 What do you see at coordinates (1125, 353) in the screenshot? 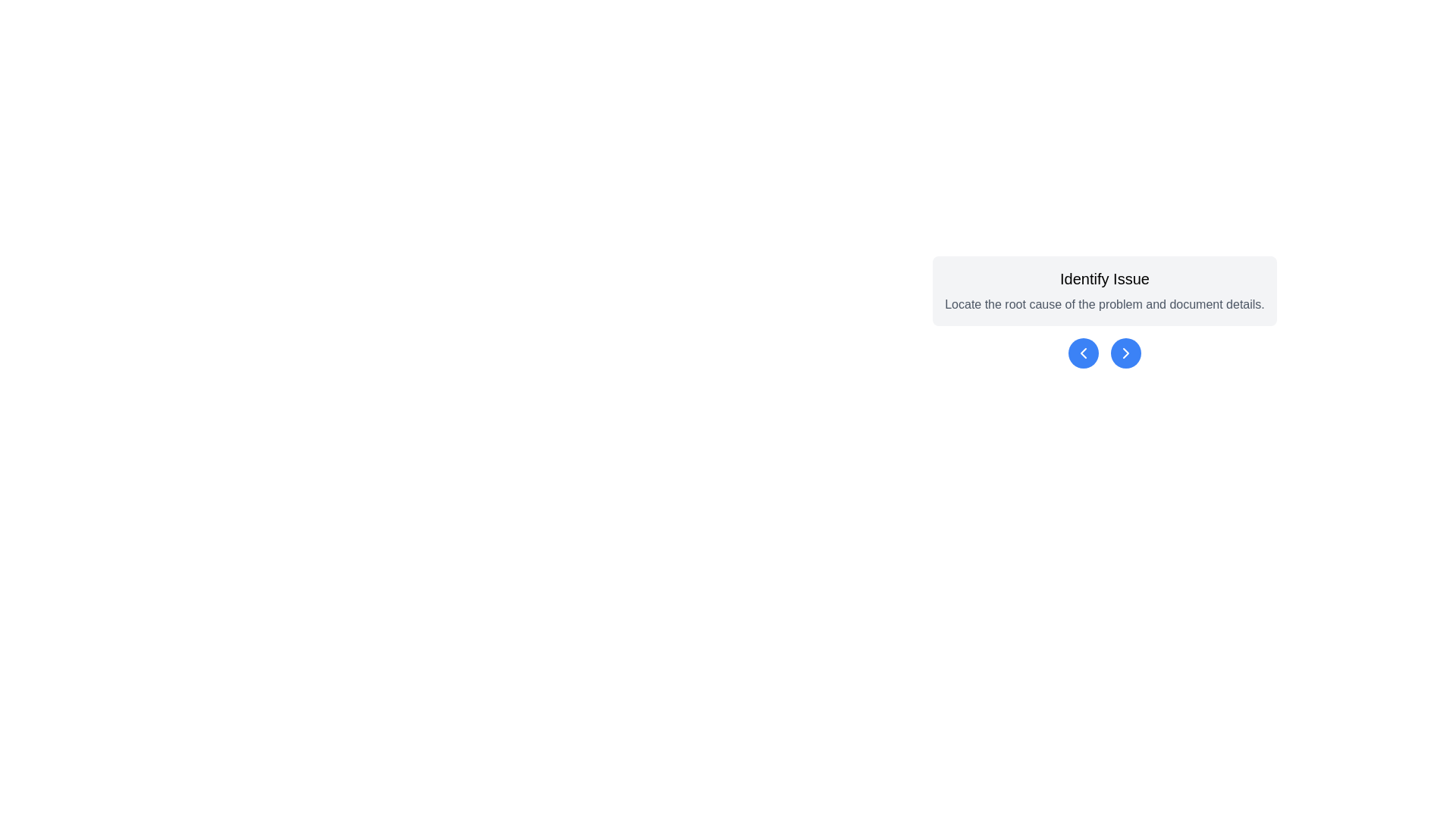
I see `the rightward-facing chevron icon within the blue circular button located next to the leftward-facing chevron button under the 'Identify Issue' text` at bounding box center [1125, 353].